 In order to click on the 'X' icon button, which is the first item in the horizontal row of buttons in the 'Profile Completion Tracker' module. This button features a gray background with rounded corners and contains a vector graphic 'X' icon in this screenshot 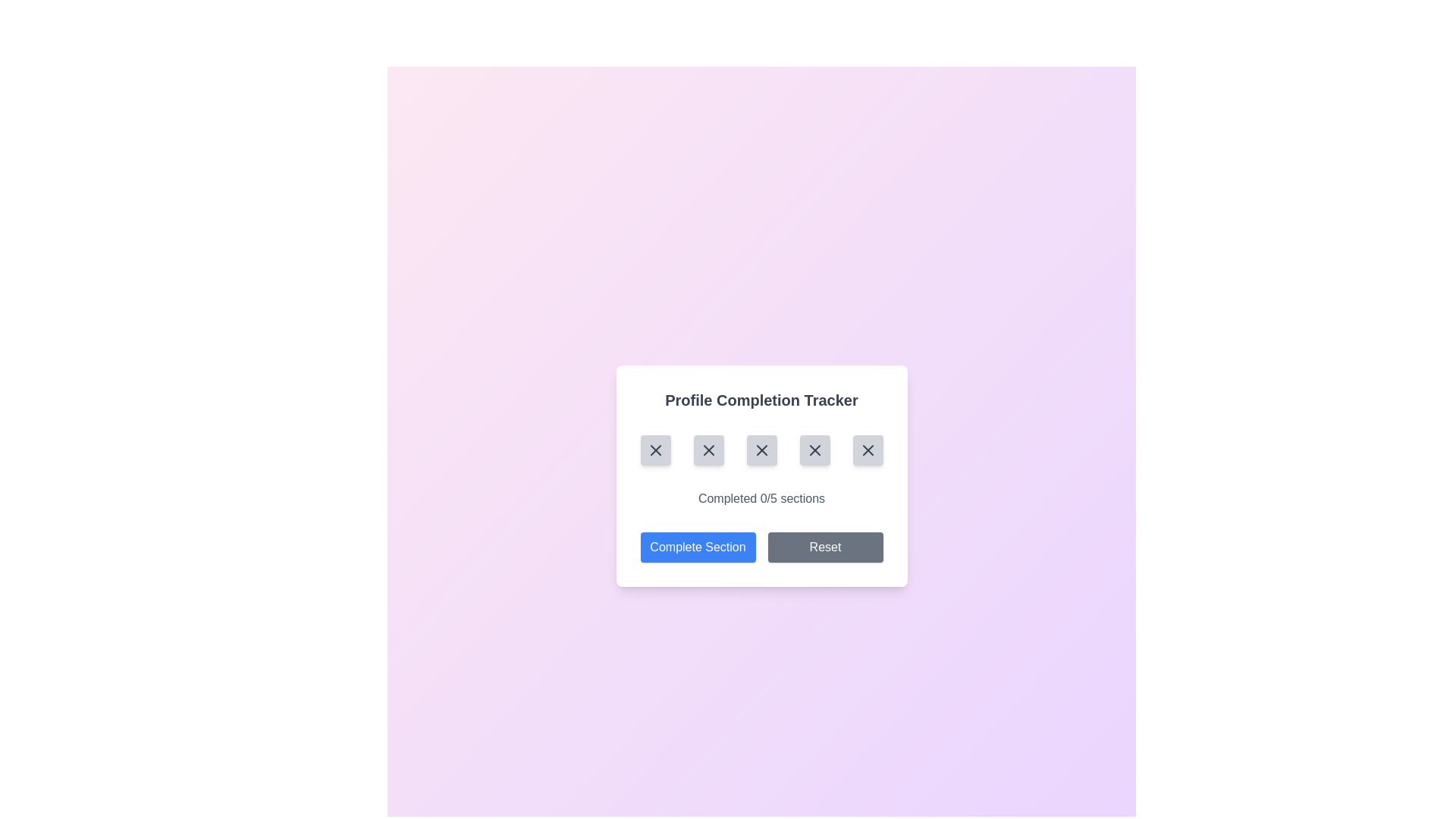, I will do `click(655, 450)`.